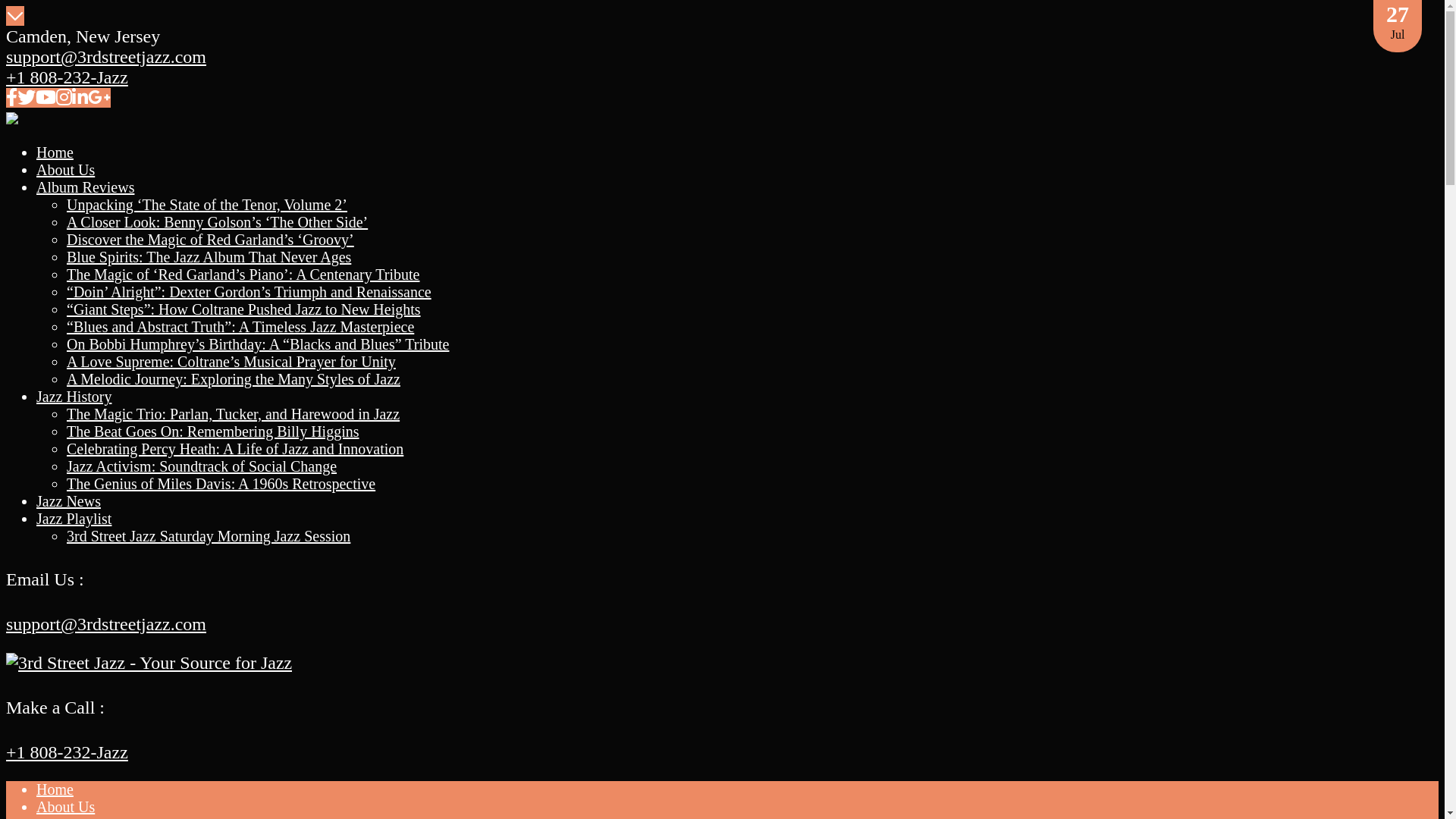 The width and height of the screenshot is (1456, 819). What do you see at coordinates (232, 414) in the screenshot?
I see `'The Magic Trio: Parlan, Tucker, and Harewood in Jazz'` at bounding box center [232, 414].